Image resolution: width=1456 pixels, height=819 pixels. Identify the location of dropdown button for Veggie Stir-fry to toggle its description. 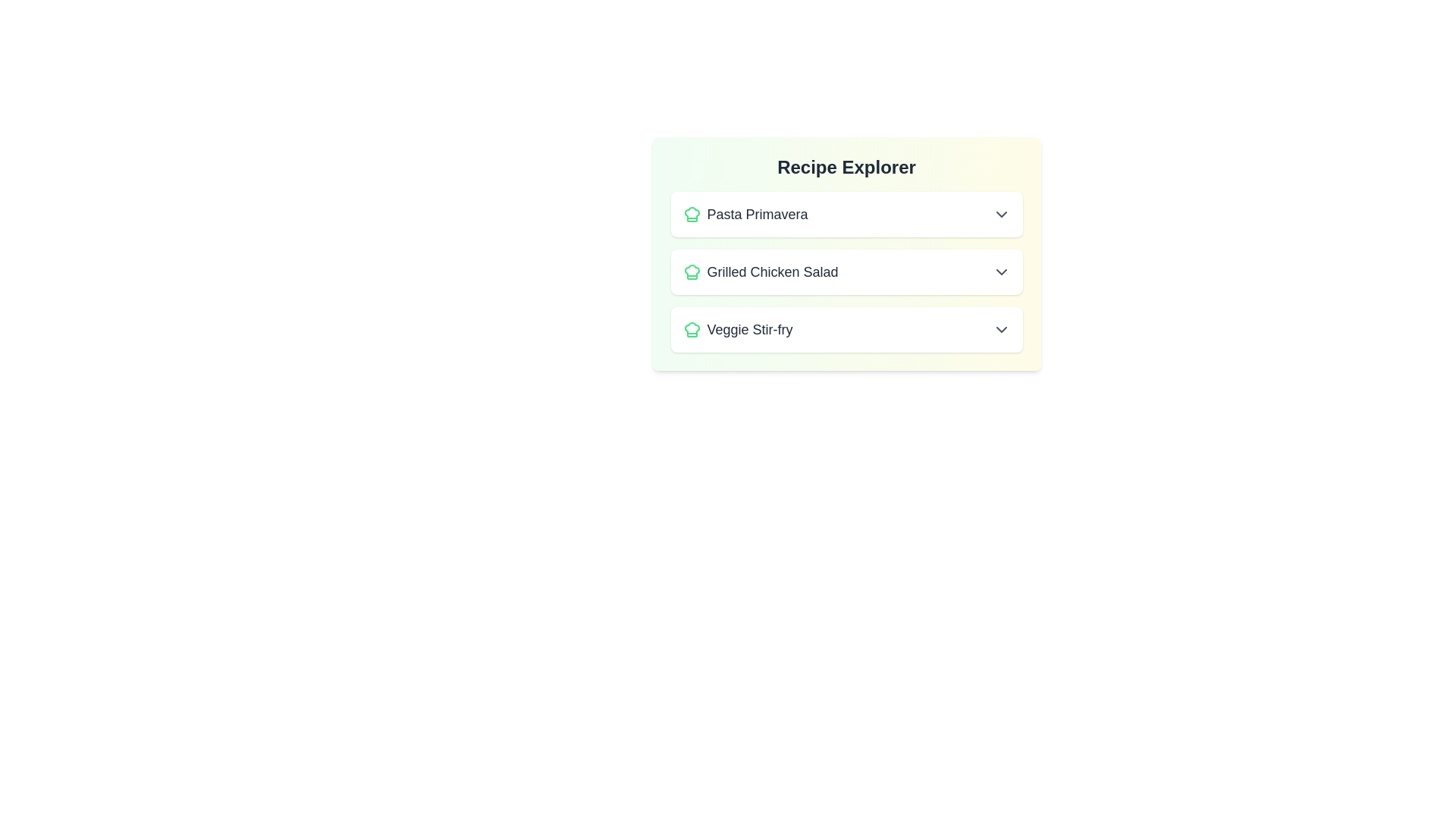
(1001, 329).